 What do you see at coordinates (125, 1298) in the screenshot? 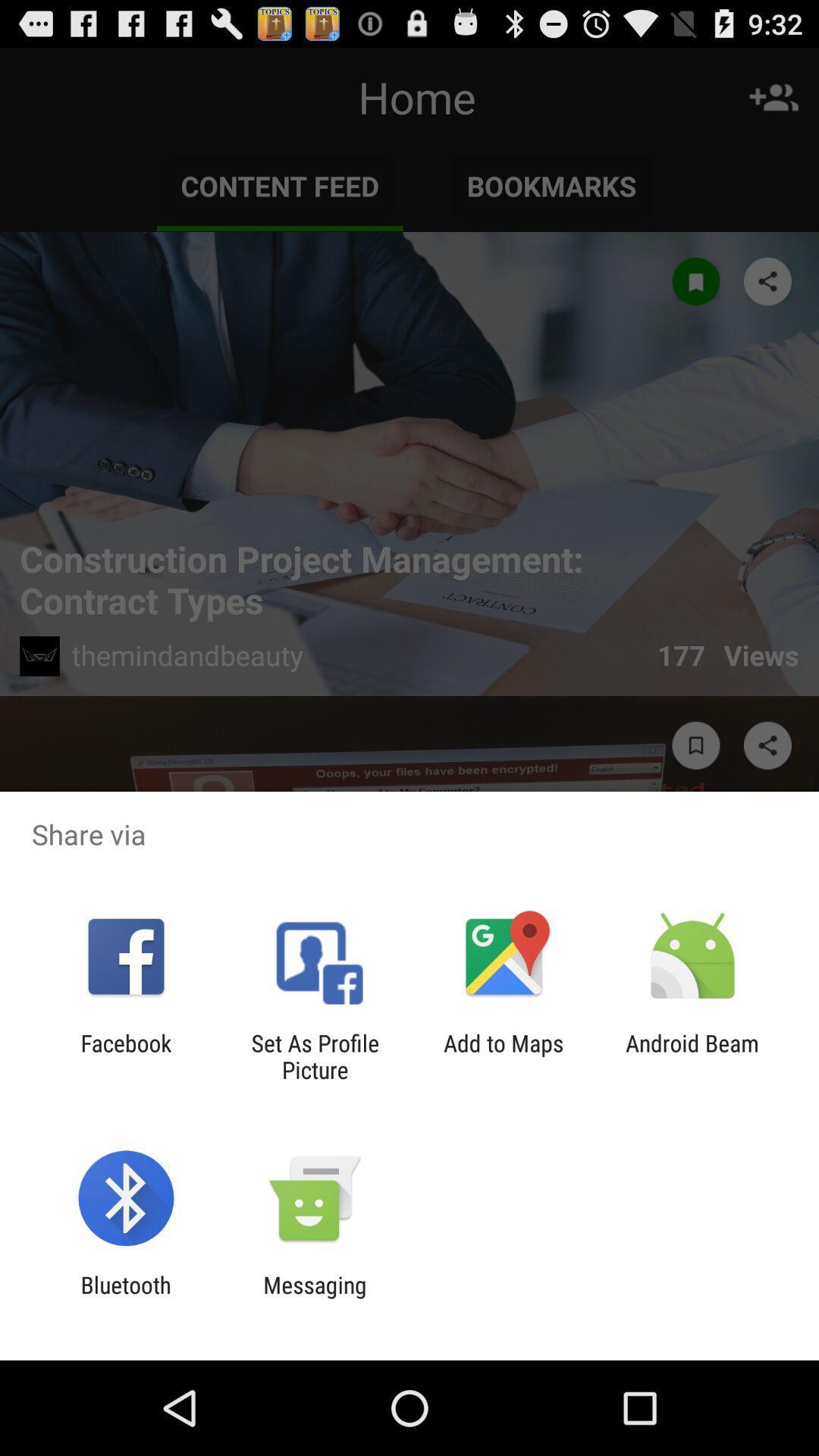
I see `the app to the left of messaging item` at bounding box center [125, 1298].